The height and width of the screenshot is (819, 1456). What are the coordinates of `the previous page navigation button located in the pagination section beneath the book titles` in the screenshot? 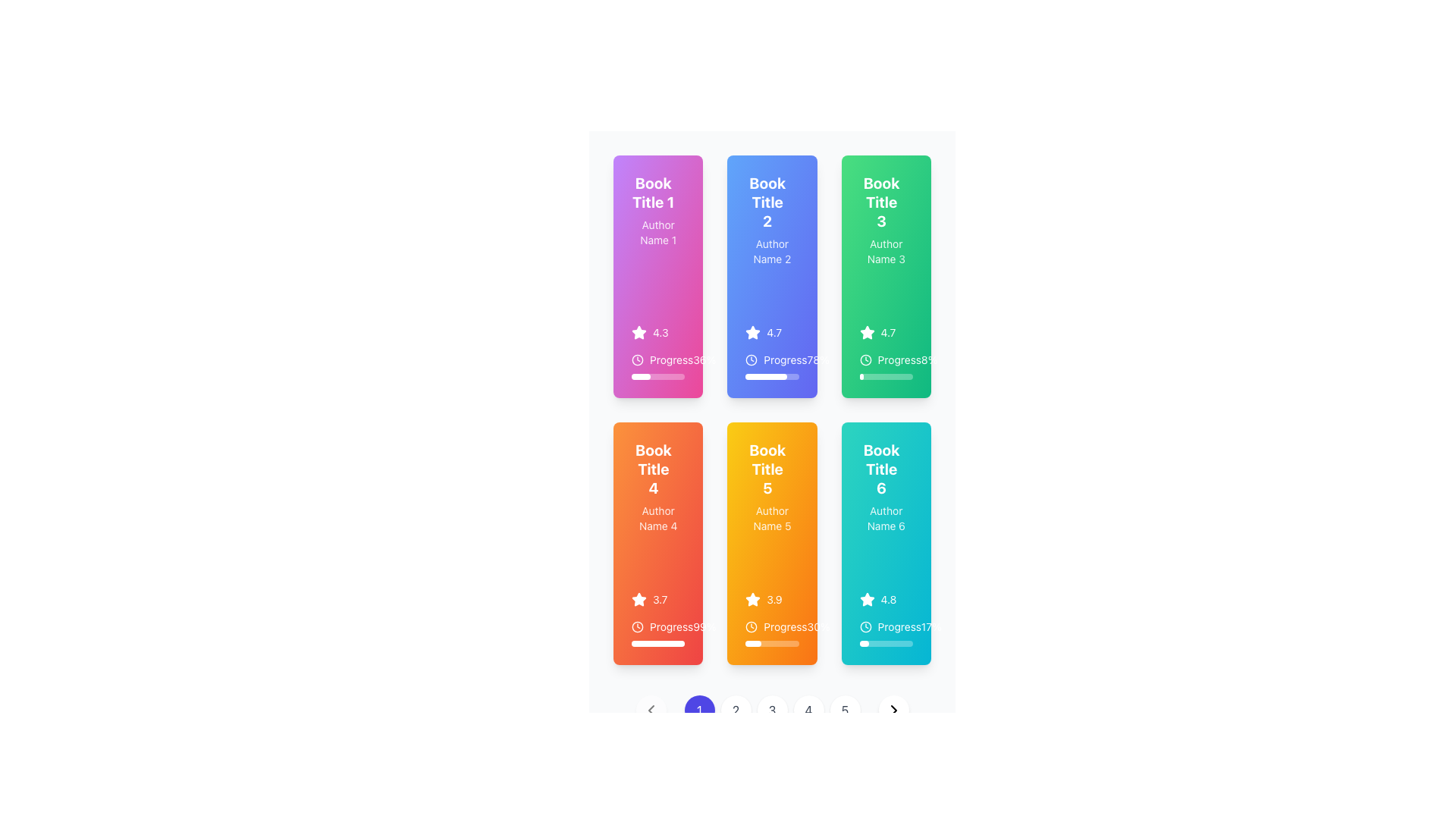 It's located at (651, 711).